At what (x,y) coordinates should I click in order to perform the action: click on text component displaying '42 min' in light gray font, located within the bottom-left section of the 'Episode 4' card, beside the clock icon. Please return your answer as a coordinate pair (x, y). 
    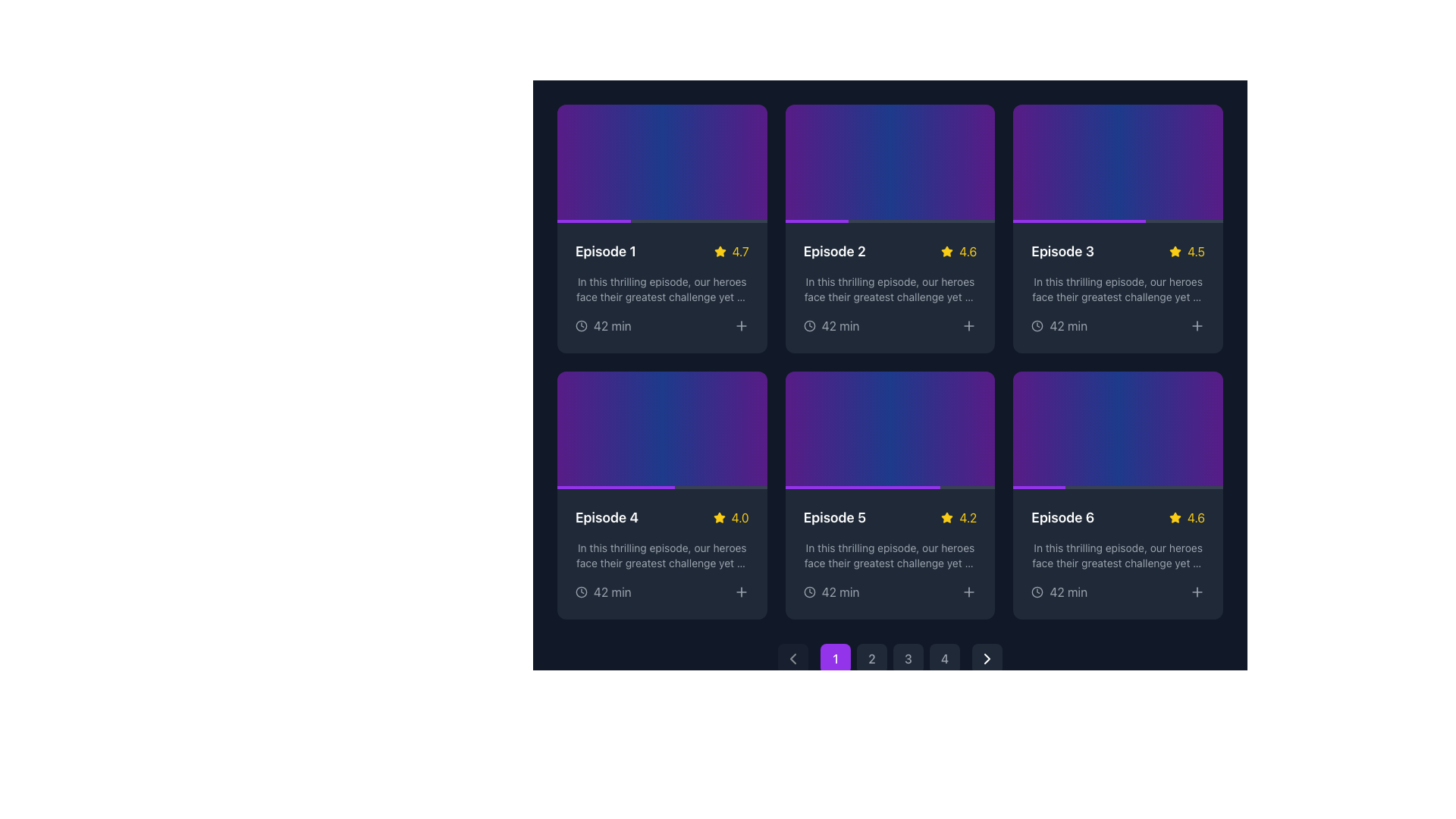
    Looking at the image, I should click on (612, 591).